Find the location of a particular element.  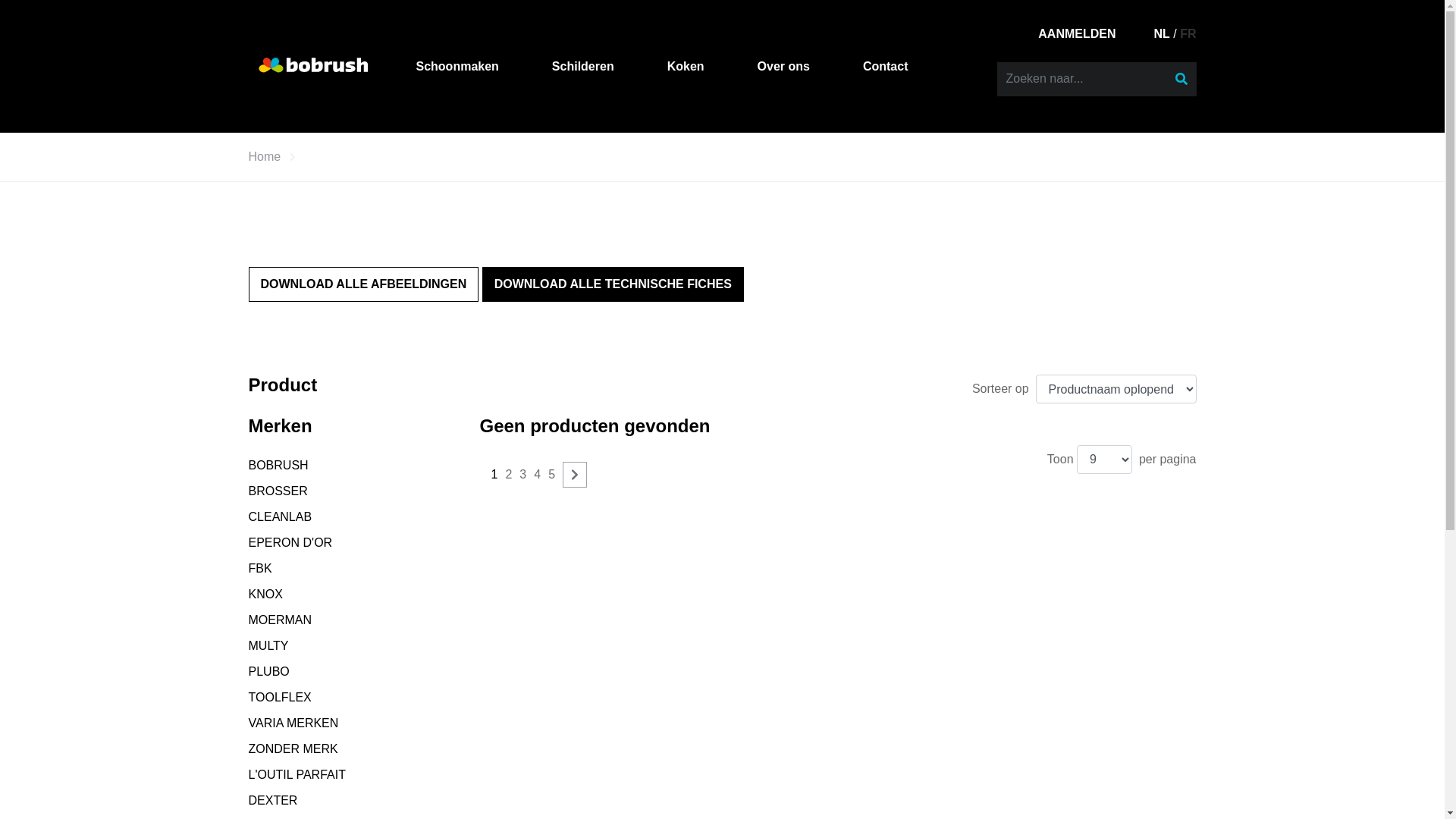

'BROSSER' is located at coordinates (278, 491).